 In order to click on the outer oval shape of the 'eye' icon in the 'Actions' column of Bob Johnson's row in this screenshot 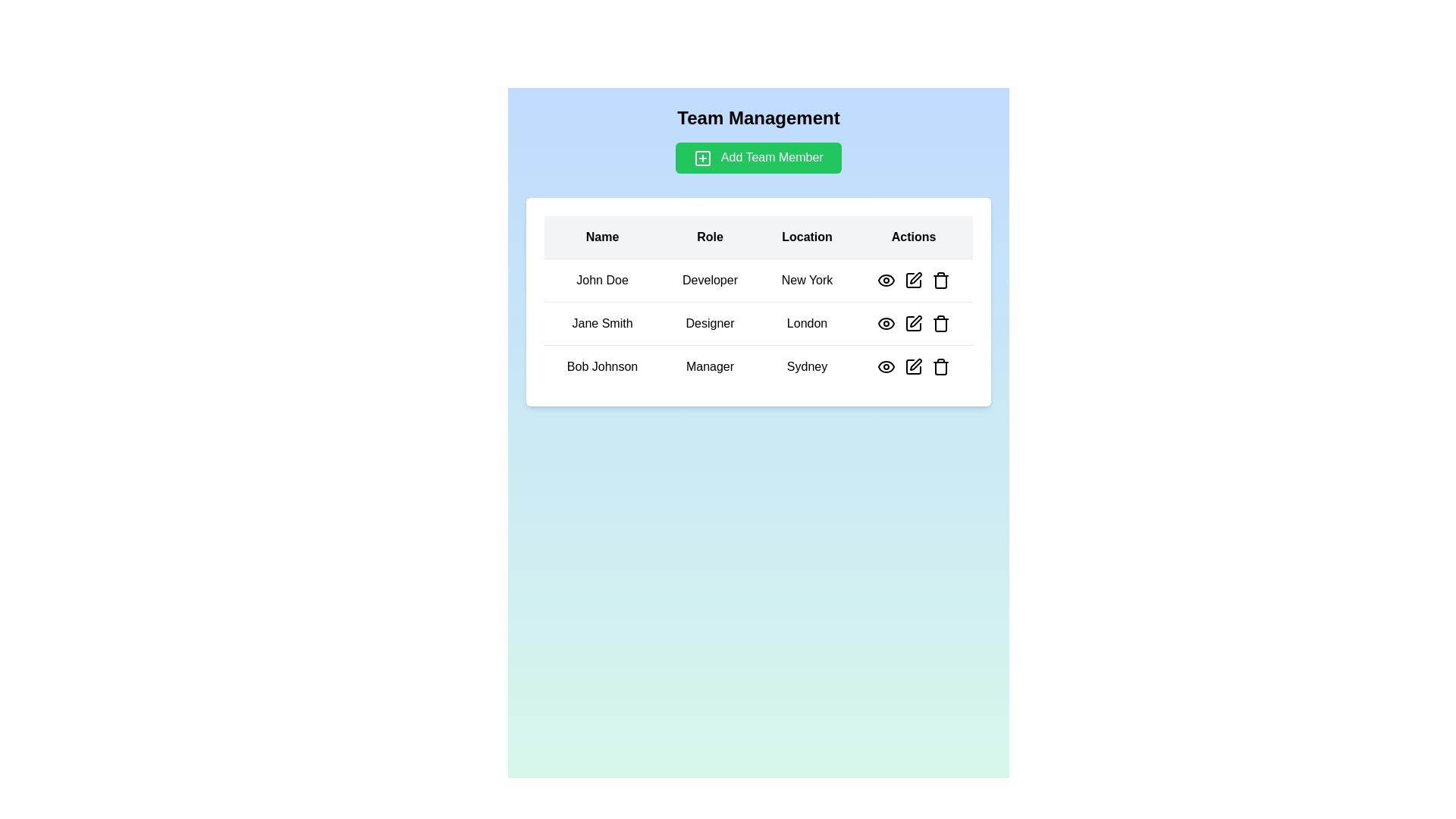, I will do `click(886, 366)`.